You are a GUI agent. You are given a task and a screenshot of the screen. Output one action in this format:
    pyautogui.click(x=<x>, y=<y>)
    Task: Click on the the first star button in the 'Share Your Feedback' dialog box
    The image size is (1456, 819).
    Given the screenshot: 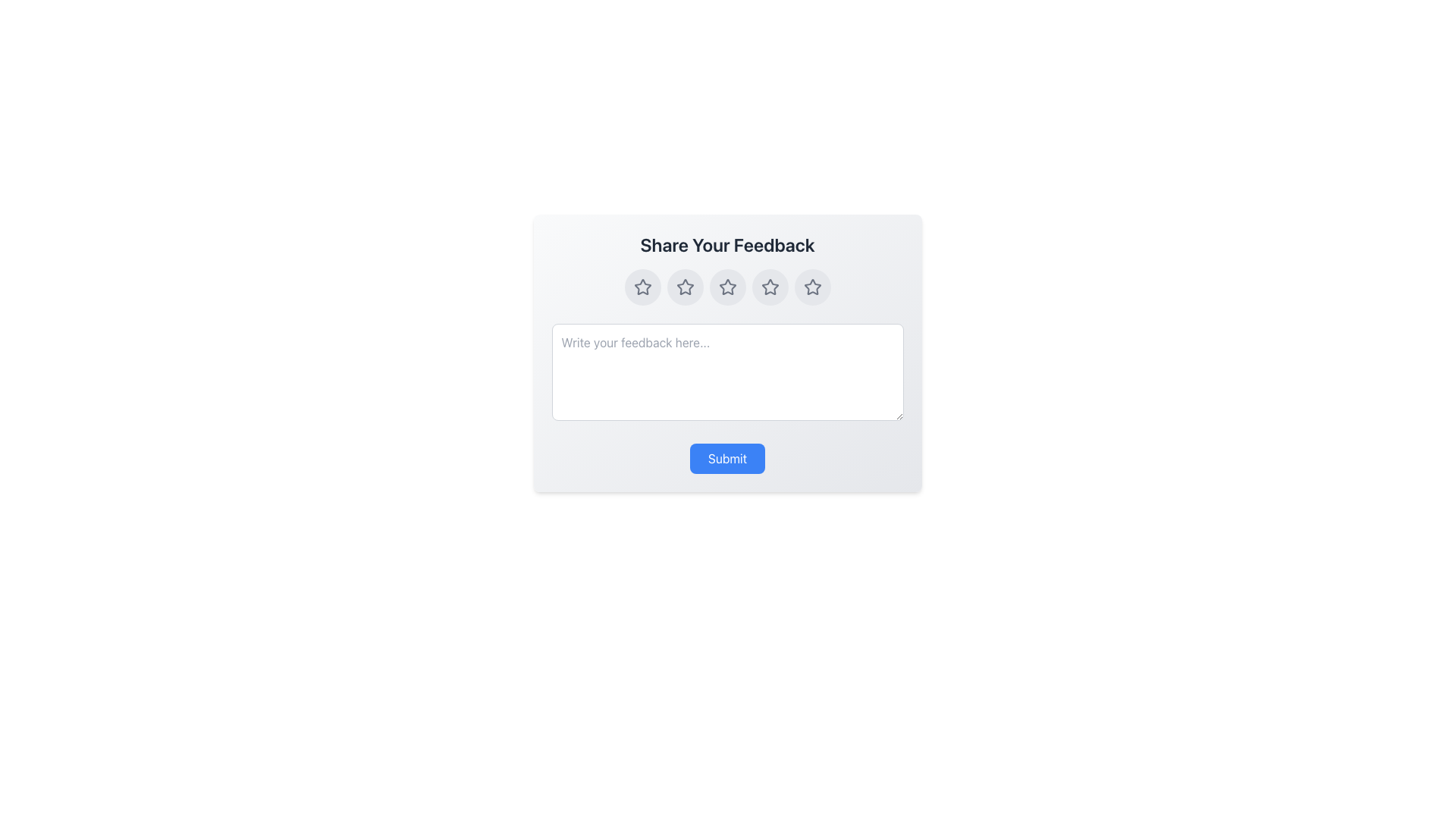 What is the action you would take?
    pyautogui.click(x=642, y=287)
    